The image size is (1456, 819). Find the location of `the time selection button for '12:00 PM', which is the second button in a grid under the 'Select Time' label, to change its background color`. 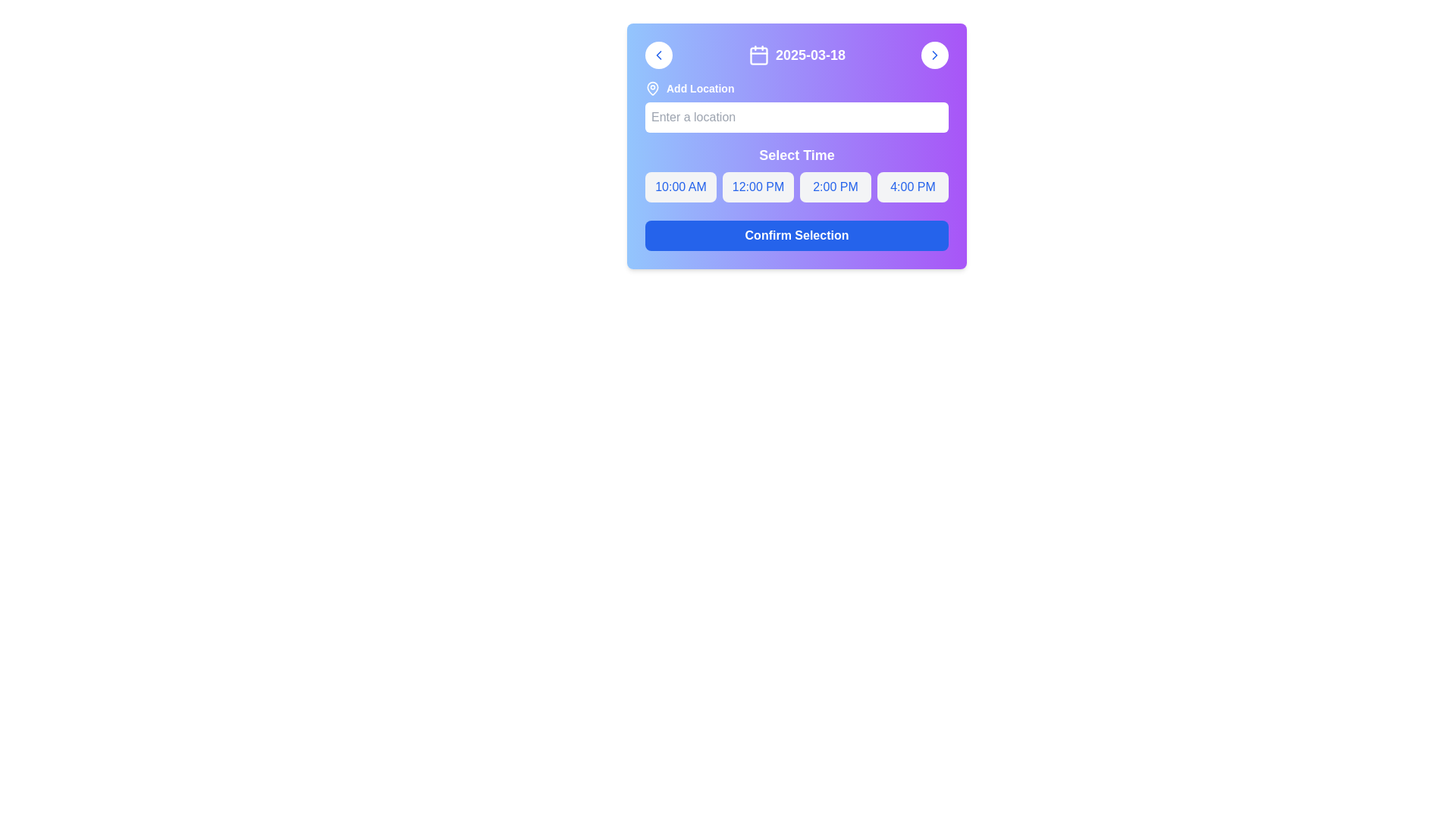

the time selection button for '12:00 PM', which is the second button in a grid under the 'Select Time' label, to change its background color is located at coordinates (758, 186).